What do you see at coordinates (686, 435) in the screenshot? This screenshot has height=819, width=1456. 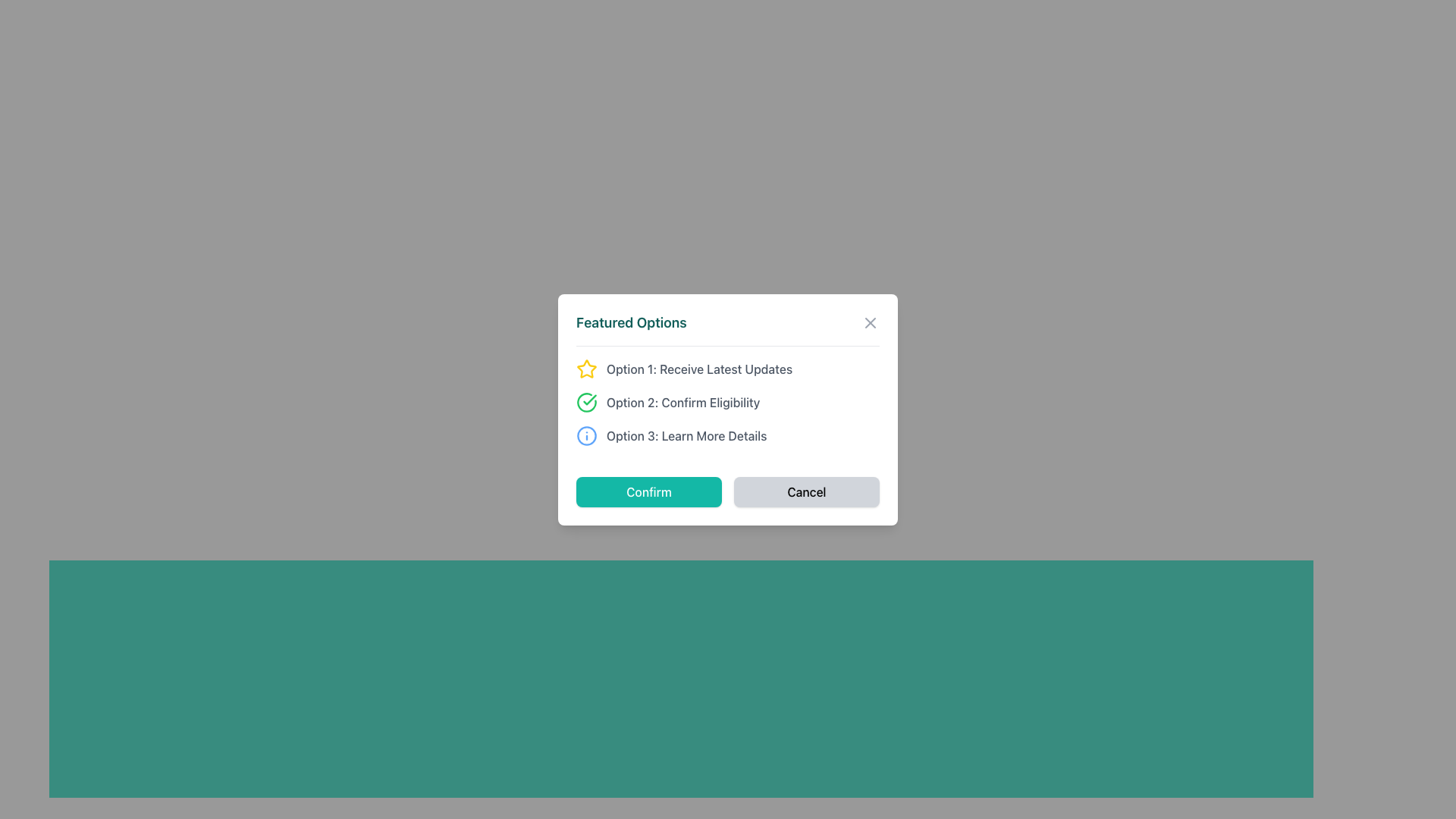 I see `text label that states 'Option 3: Learn More Details' which is styled in gray and is part of the modal dialog titled 'Featured Options'` at bounding box center [686, 435].